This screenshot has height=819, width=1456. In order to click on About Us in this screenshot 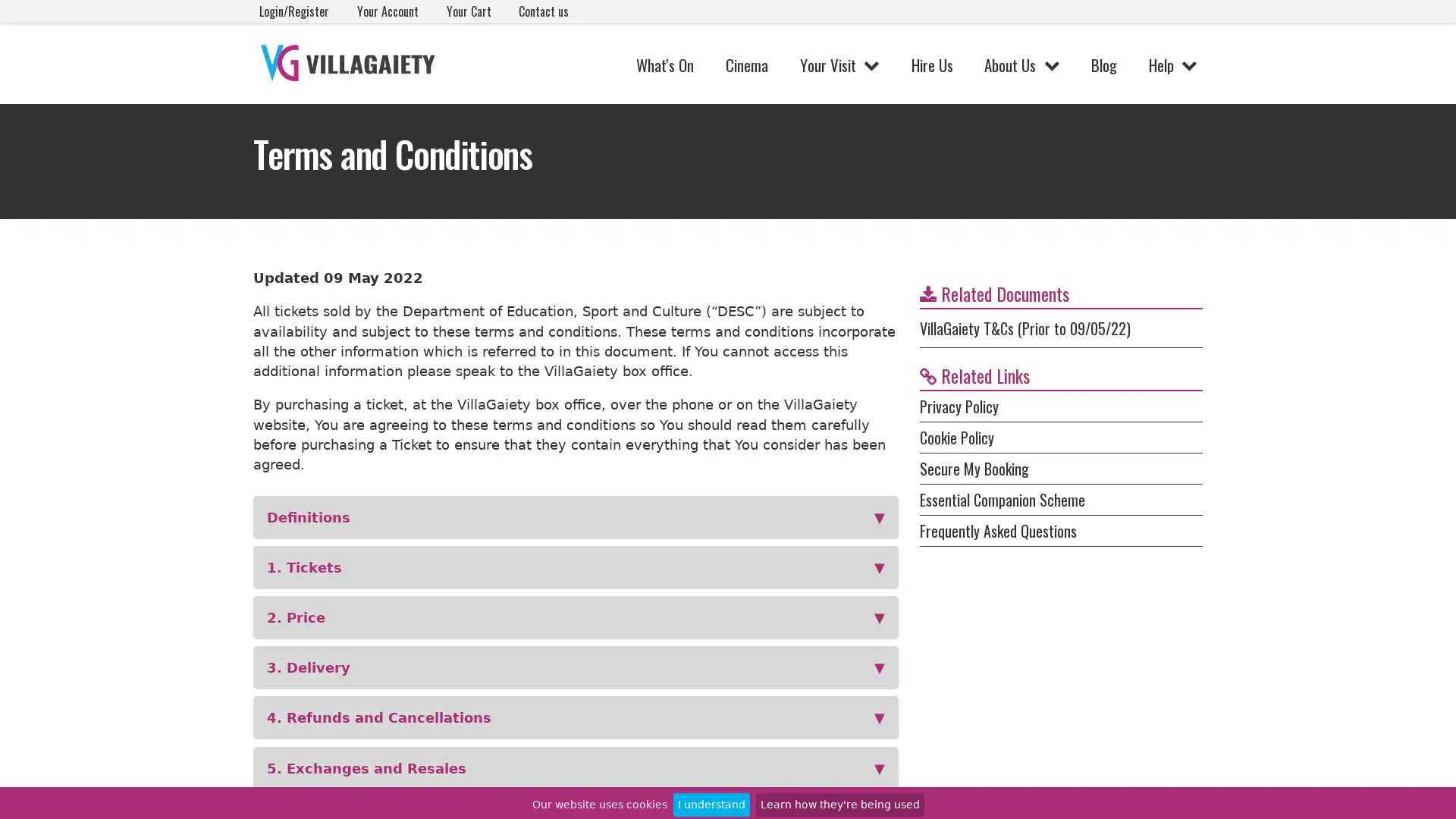, I will do `click(1021, 64)`.